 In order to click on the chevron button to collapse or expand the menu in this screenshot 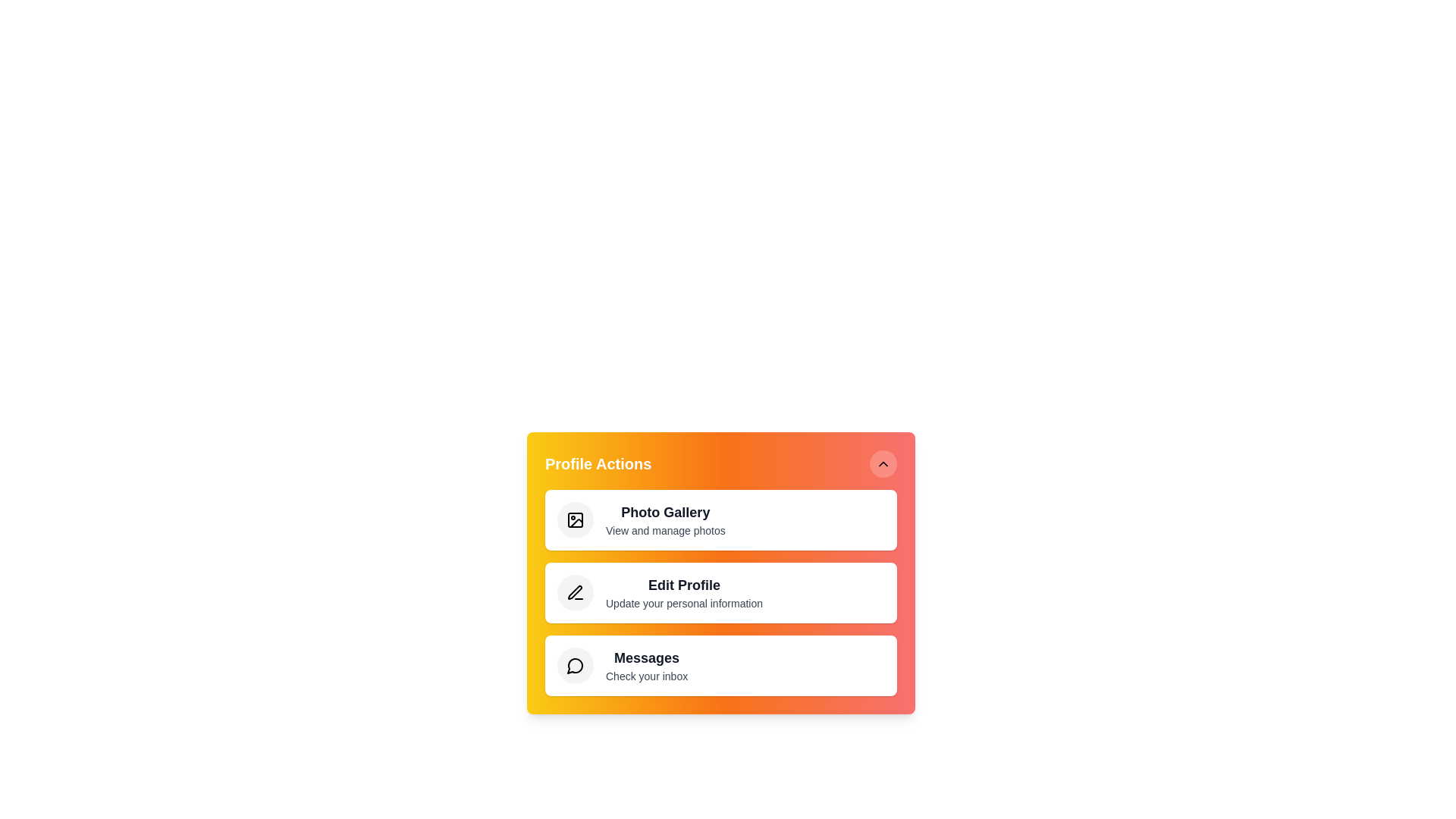, I will do `click(883, 463)`.